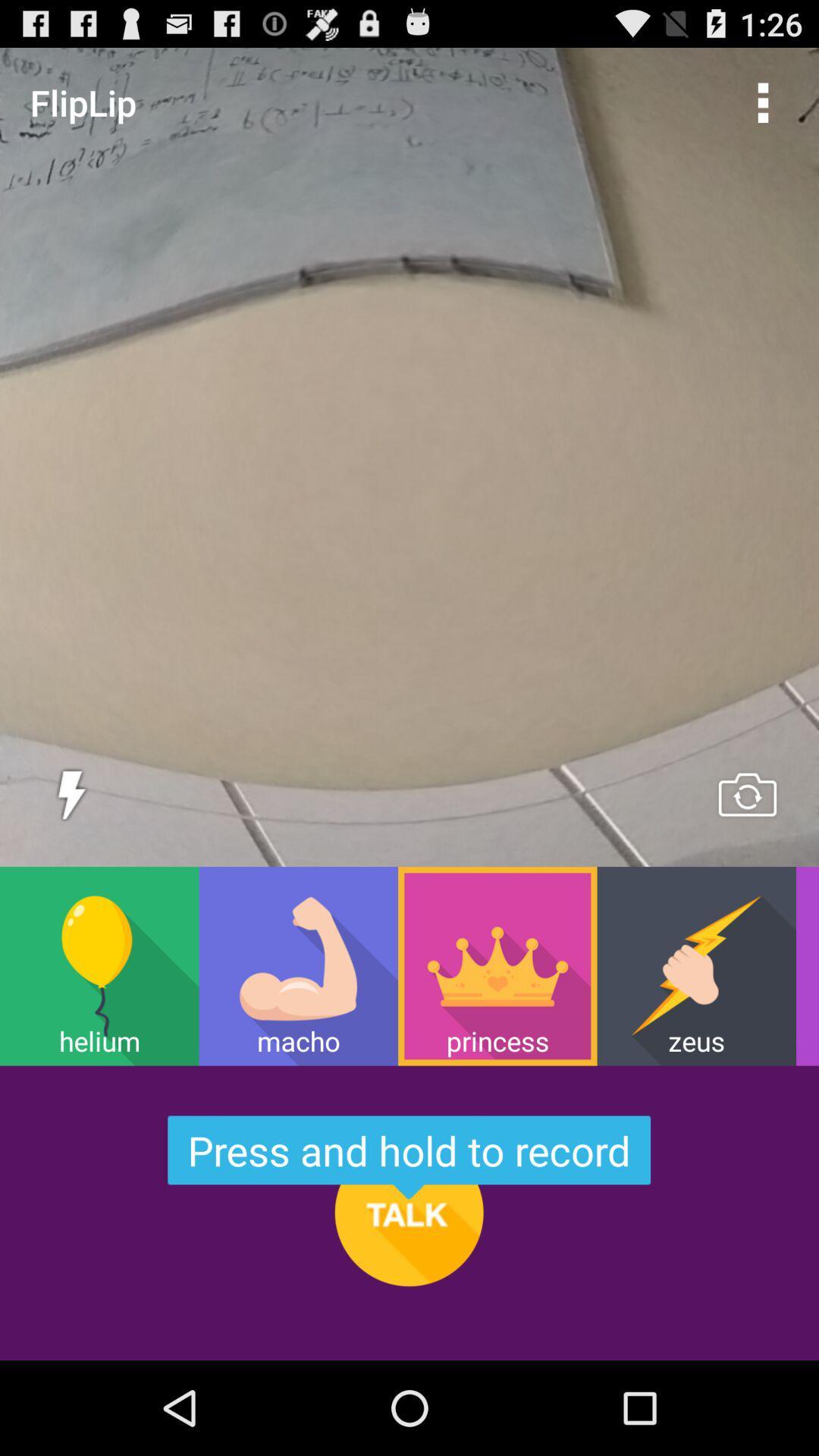 This screenshot has width=819, height=1456. What do you see at coordinates (806, 965) in the screenshot?
I see `item next to the zeus item` at bounding box center [806, 965].